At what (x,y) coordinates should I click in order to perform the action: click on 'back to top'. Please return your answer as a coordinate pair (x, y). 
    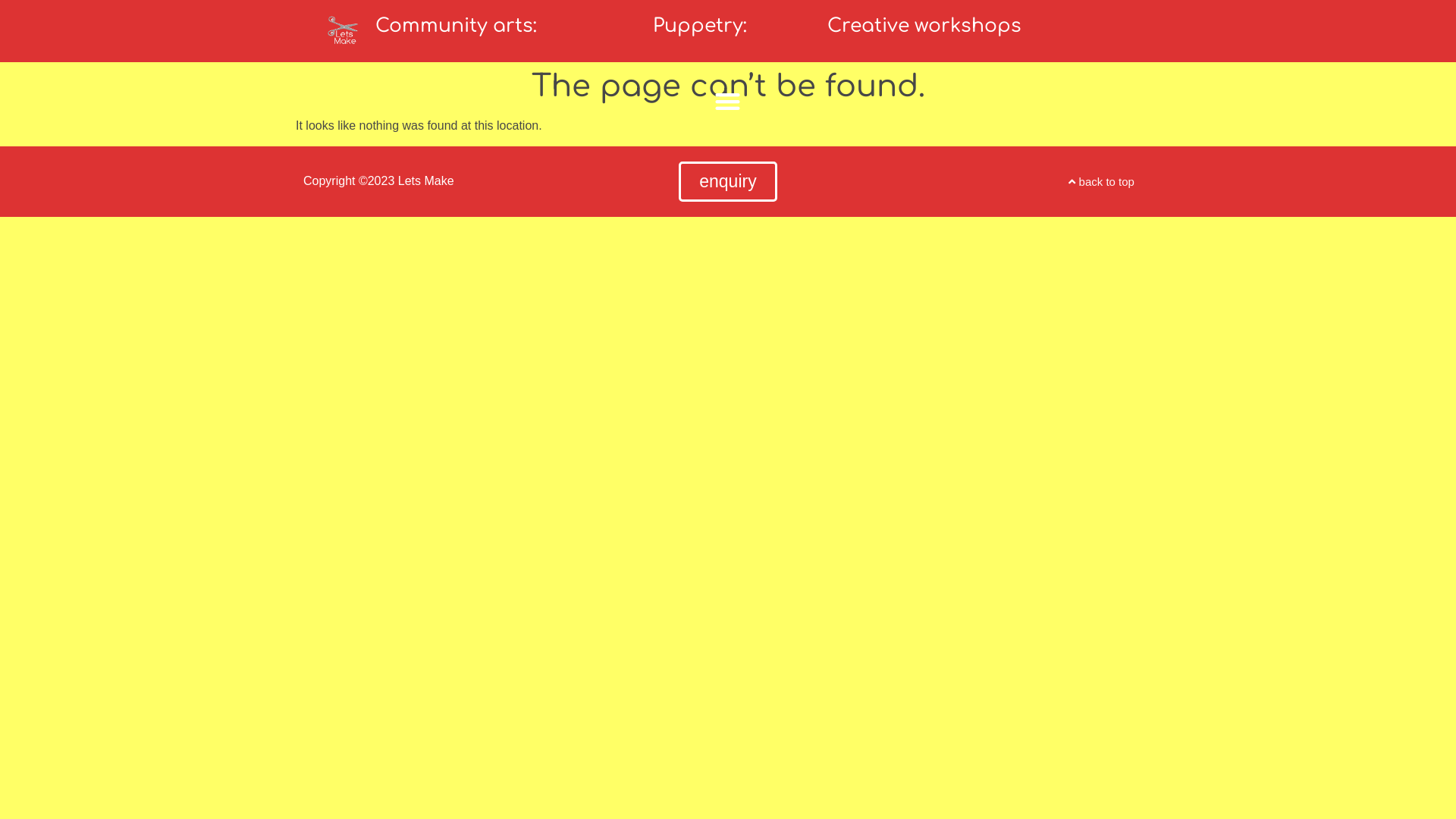
    Looking at the image, I should click on (1101, 180).